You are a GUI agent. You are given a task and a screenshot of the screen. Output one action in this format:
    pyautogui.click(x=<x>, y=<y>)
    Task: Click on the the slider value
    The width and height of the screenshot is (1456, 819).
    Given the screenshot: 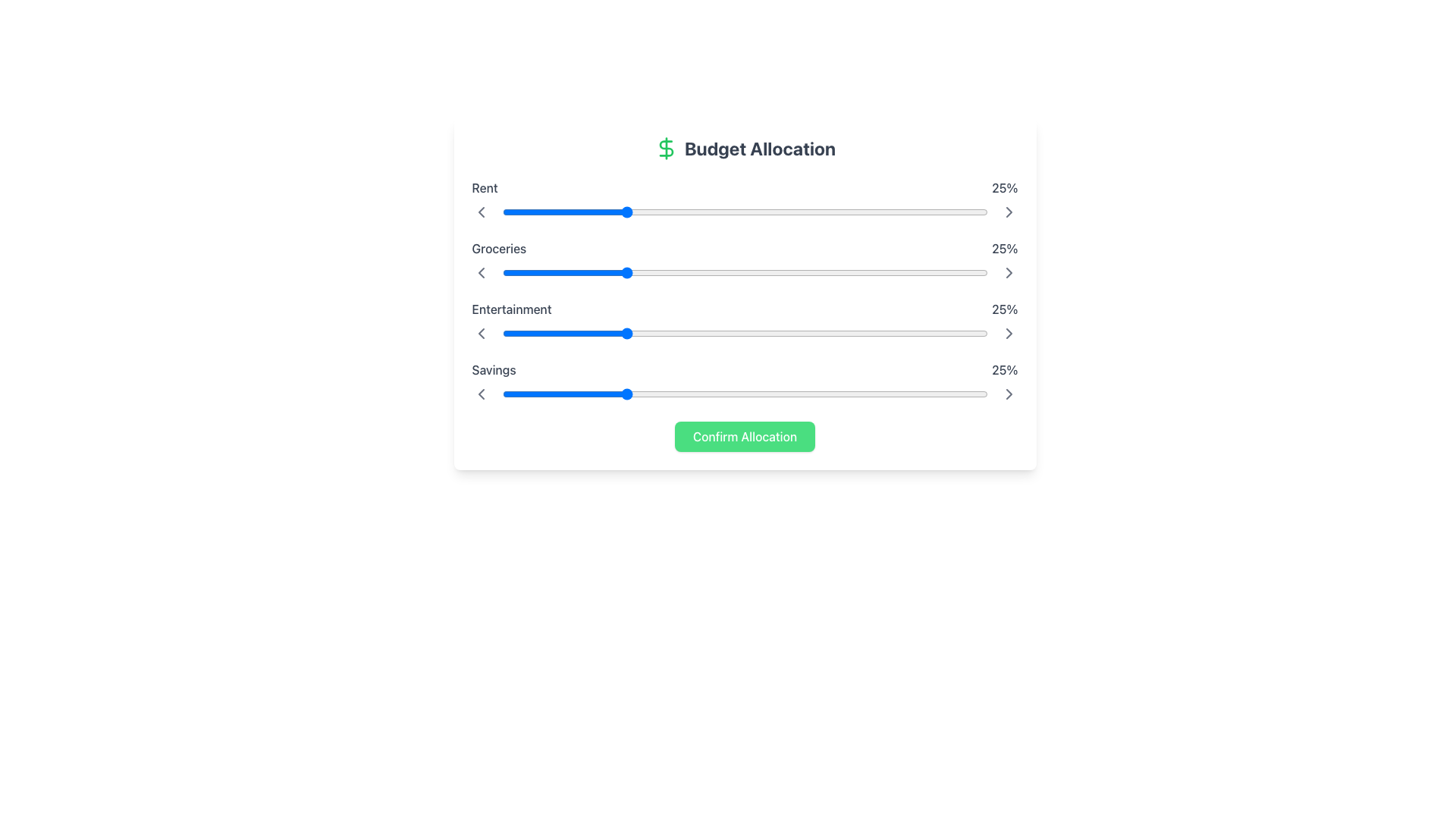 What is the action you would take?
    pyautogui.click(x=783, y=394)
    